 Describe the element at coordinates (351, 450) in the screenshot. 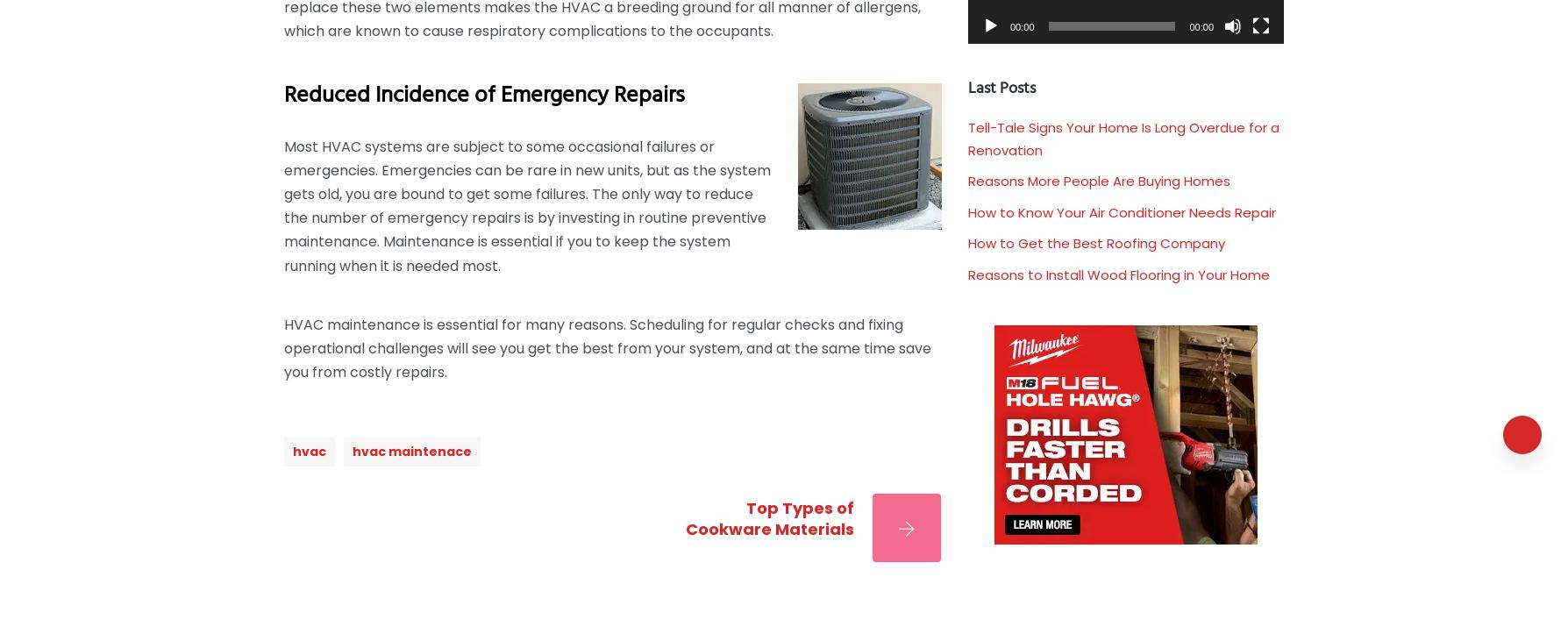

I see `'HVAC maintenace'` at that location.